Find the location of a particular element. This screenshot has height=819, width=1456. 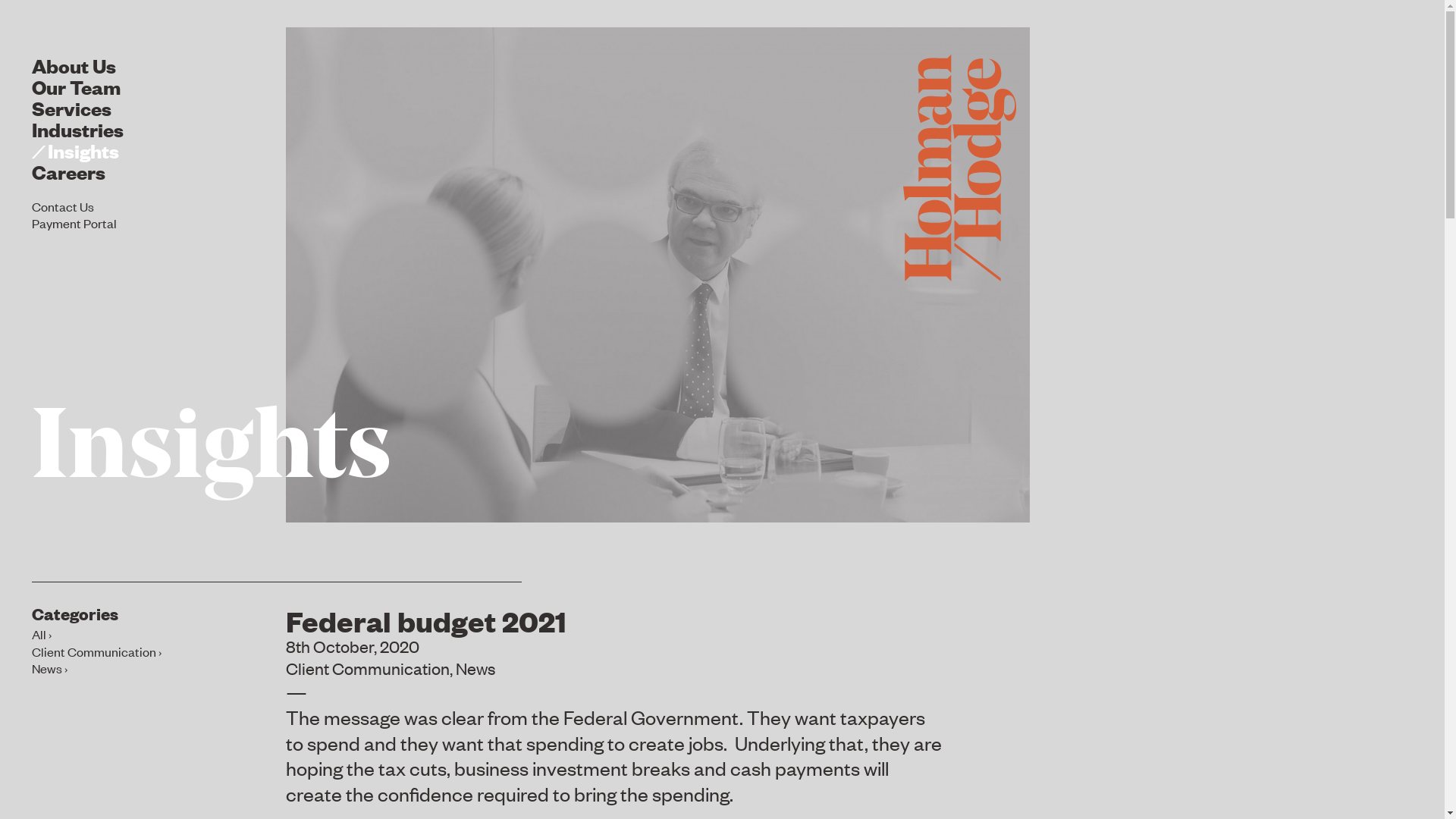

'Services' is located at coordinates (71, 106).